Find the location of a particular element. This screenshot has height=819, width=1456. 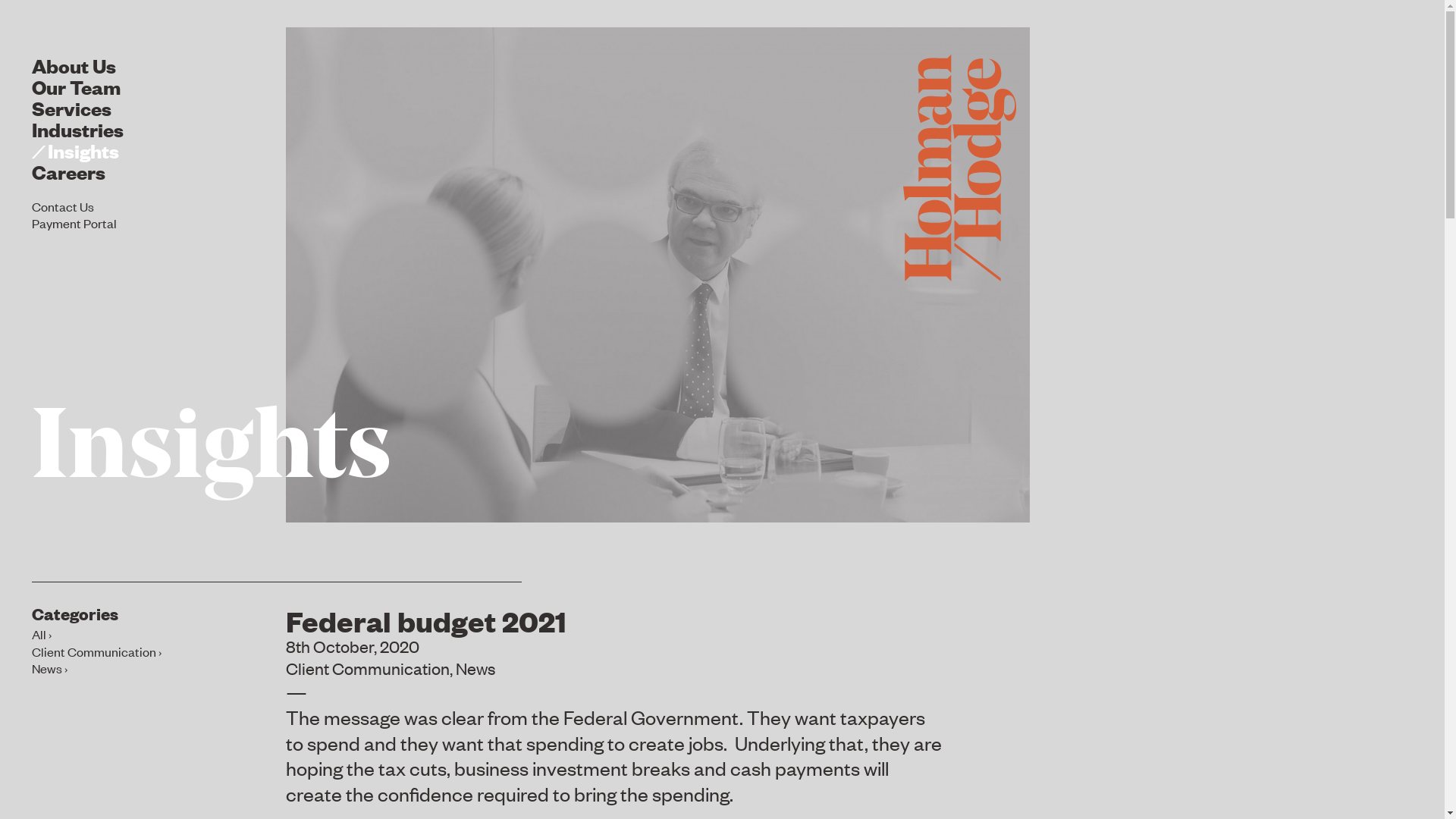

'Services' is located at coordinates (71, 106).